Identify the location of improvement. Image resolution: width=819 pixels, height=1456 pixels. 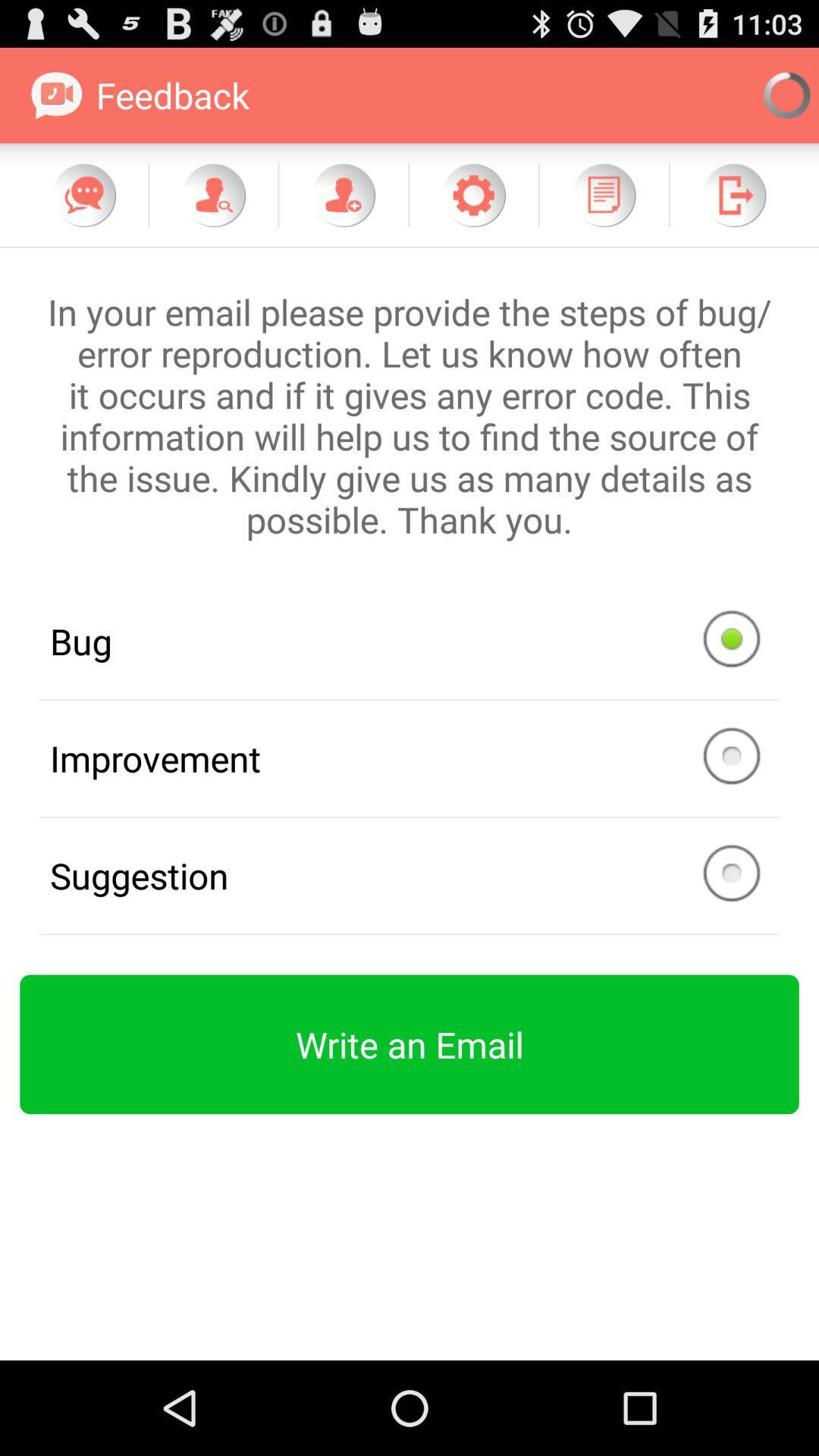
(409, 758).